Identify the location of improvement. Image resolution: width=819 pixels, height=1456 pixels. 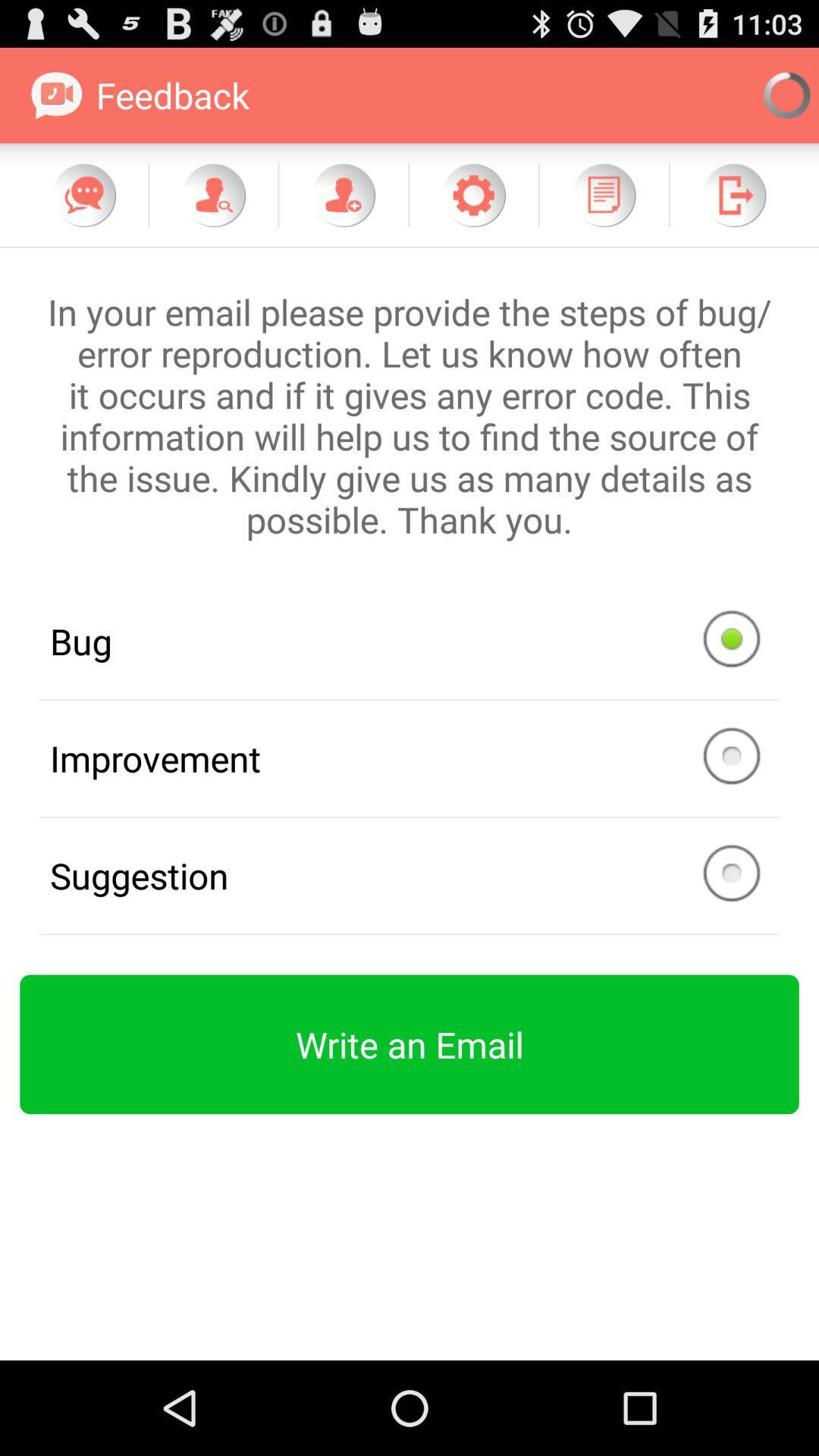
(409, 758).